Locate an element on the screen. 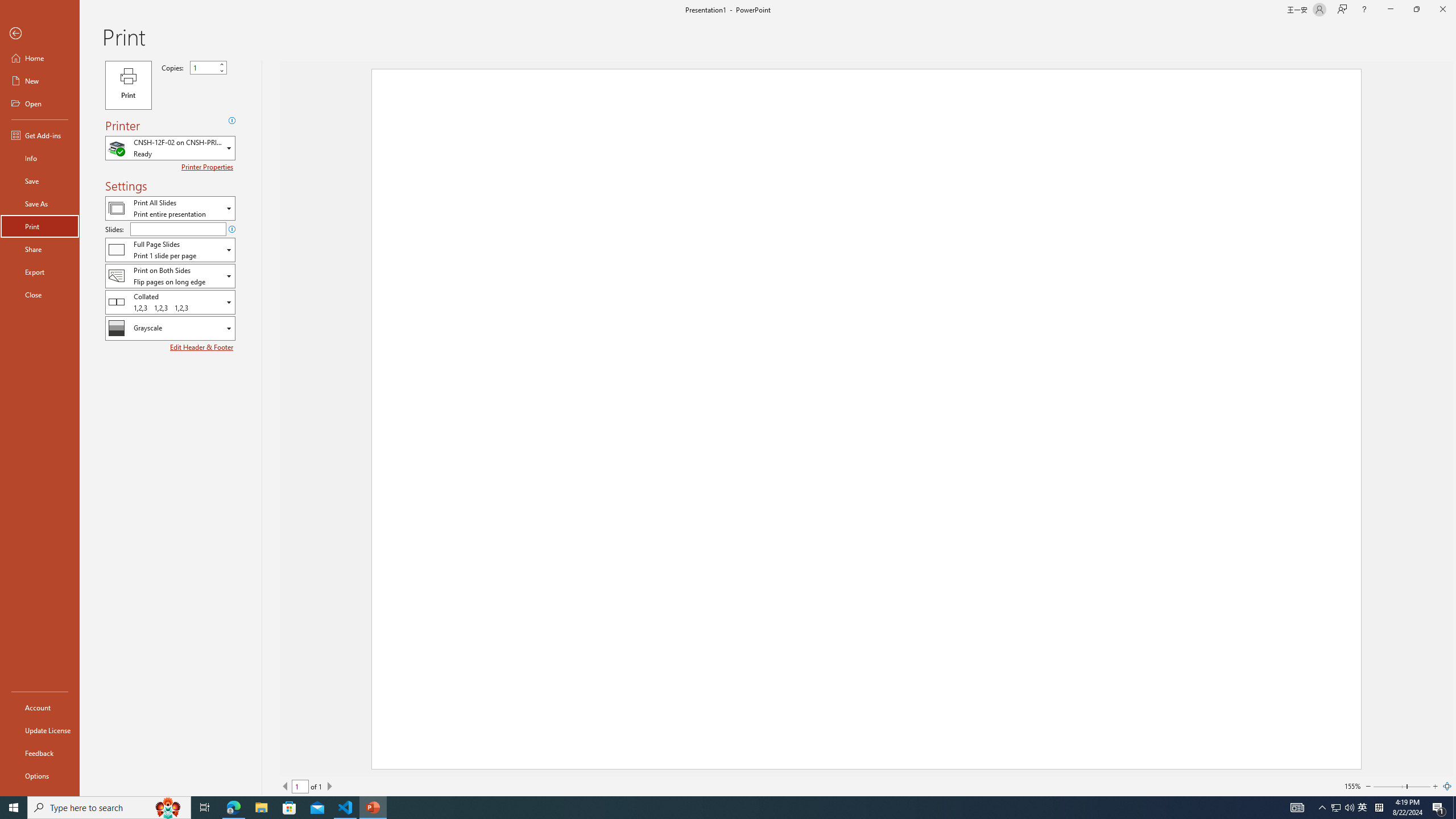  'Printer Properties' is located at coordinates (208, 166).